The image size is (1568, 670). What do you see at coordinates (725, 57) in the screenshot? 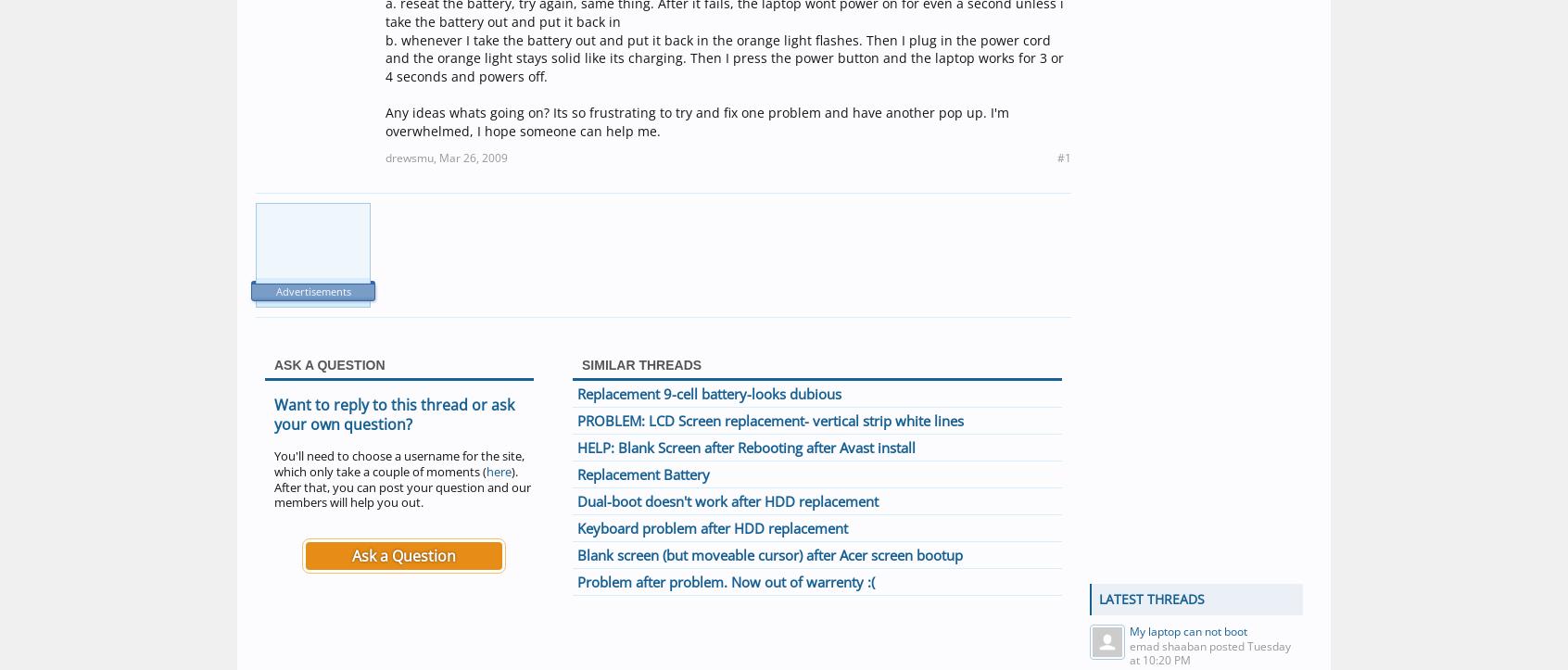
I see `'b. whenever I take the battery out and put it back in the orange light flashes. Then I plug in the power cord and the orange light stays solid like its charging. Then I press the power button and the laptop works for 3 or 4 seconds and powers off.'` at bounding box center [725, 57].